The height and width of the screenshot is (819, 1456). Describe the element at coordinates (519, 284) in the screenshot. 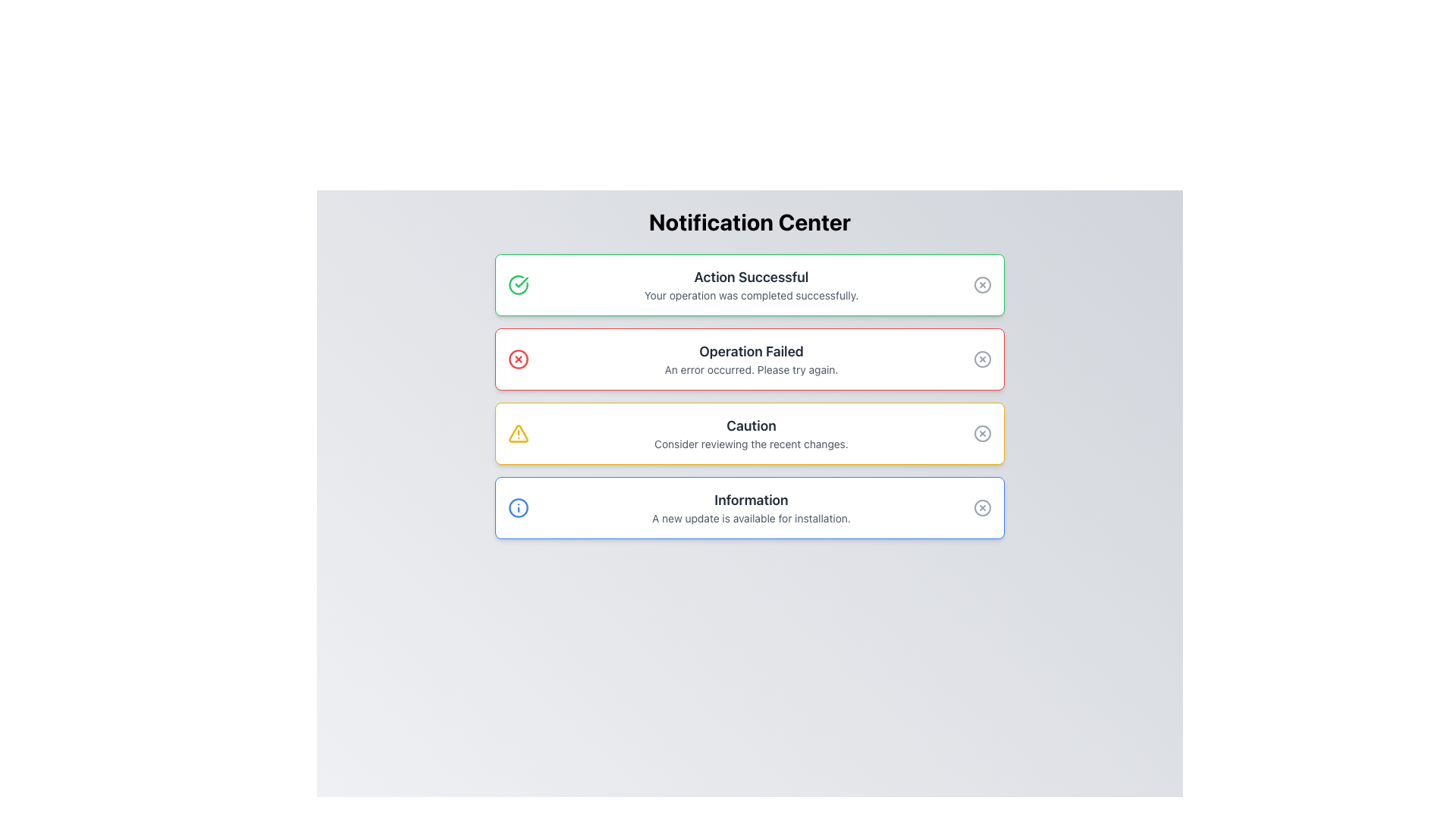

I see `the checkmark icon enclosed within a green circle, located at the top-left corner of the 'Action Successful' notification card, for feedback` at that location.